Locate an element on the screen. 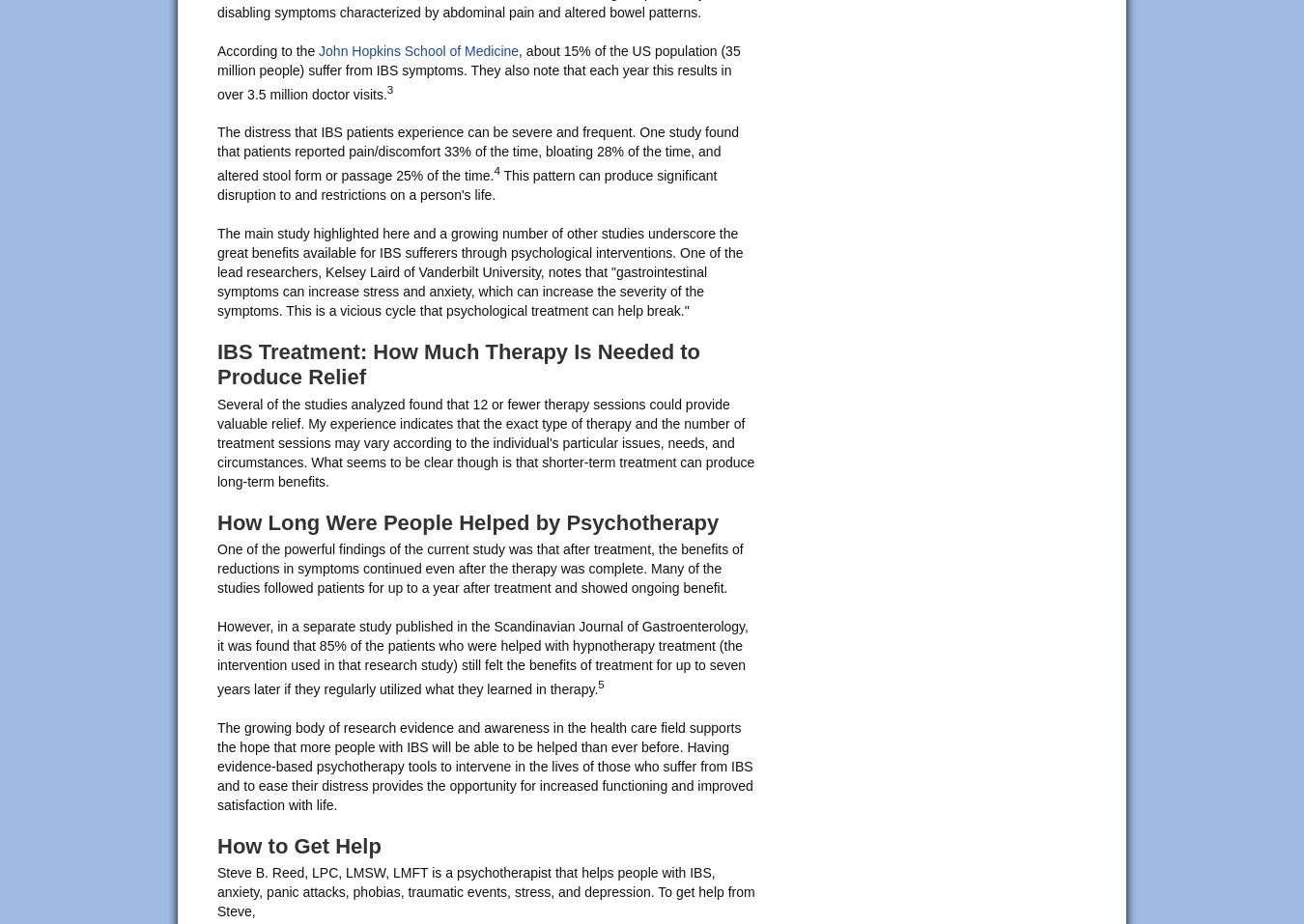  'This pattern can produce significant disruption to and restrictions on a person's life.' is located at coordinates (466, 184).